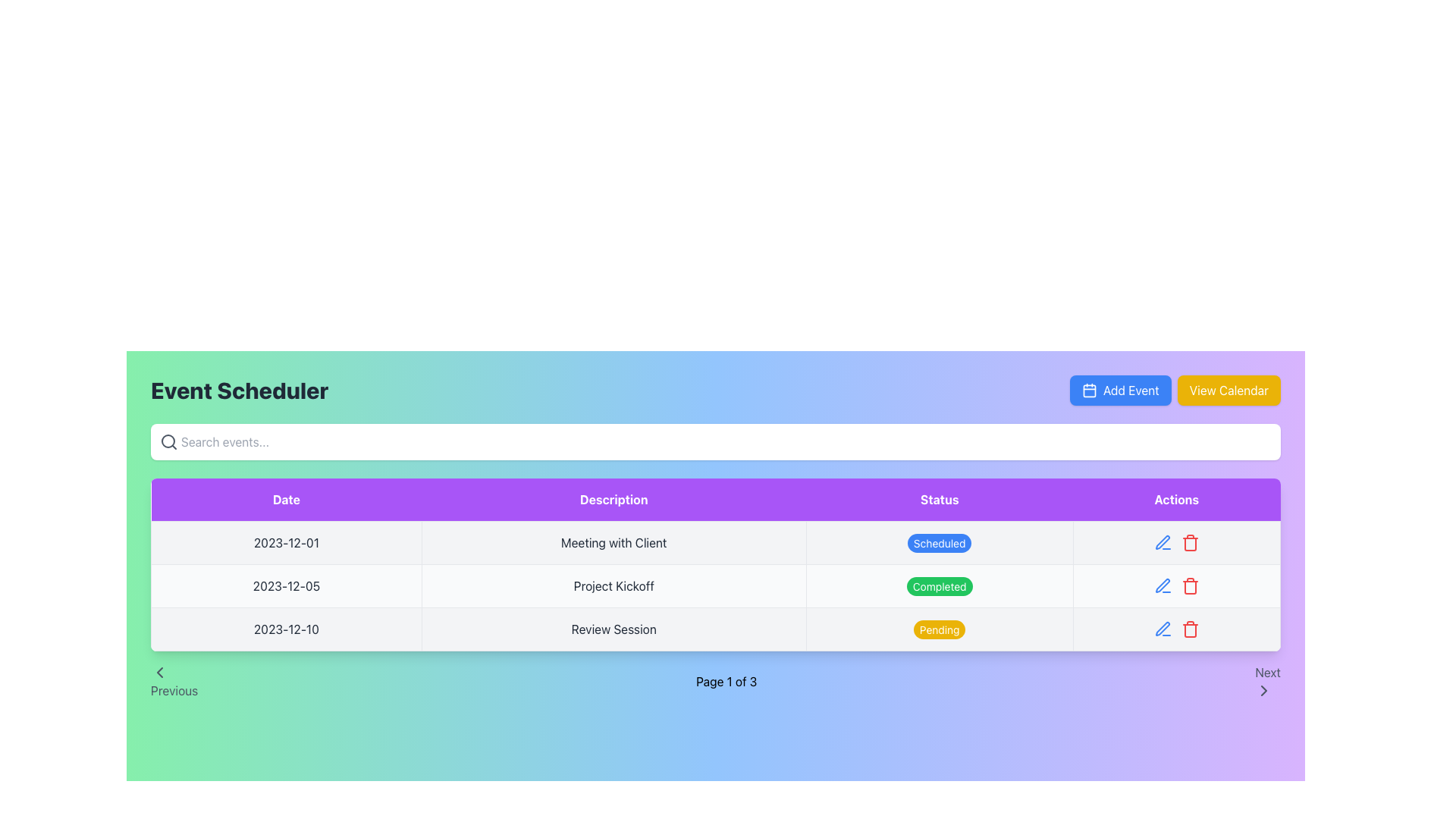 The image size is (1456, 819). I want to click on the static text field displaying the event description for the date '2023-12-10' in the 'Event Scheduler' interface, so click(613, 629).